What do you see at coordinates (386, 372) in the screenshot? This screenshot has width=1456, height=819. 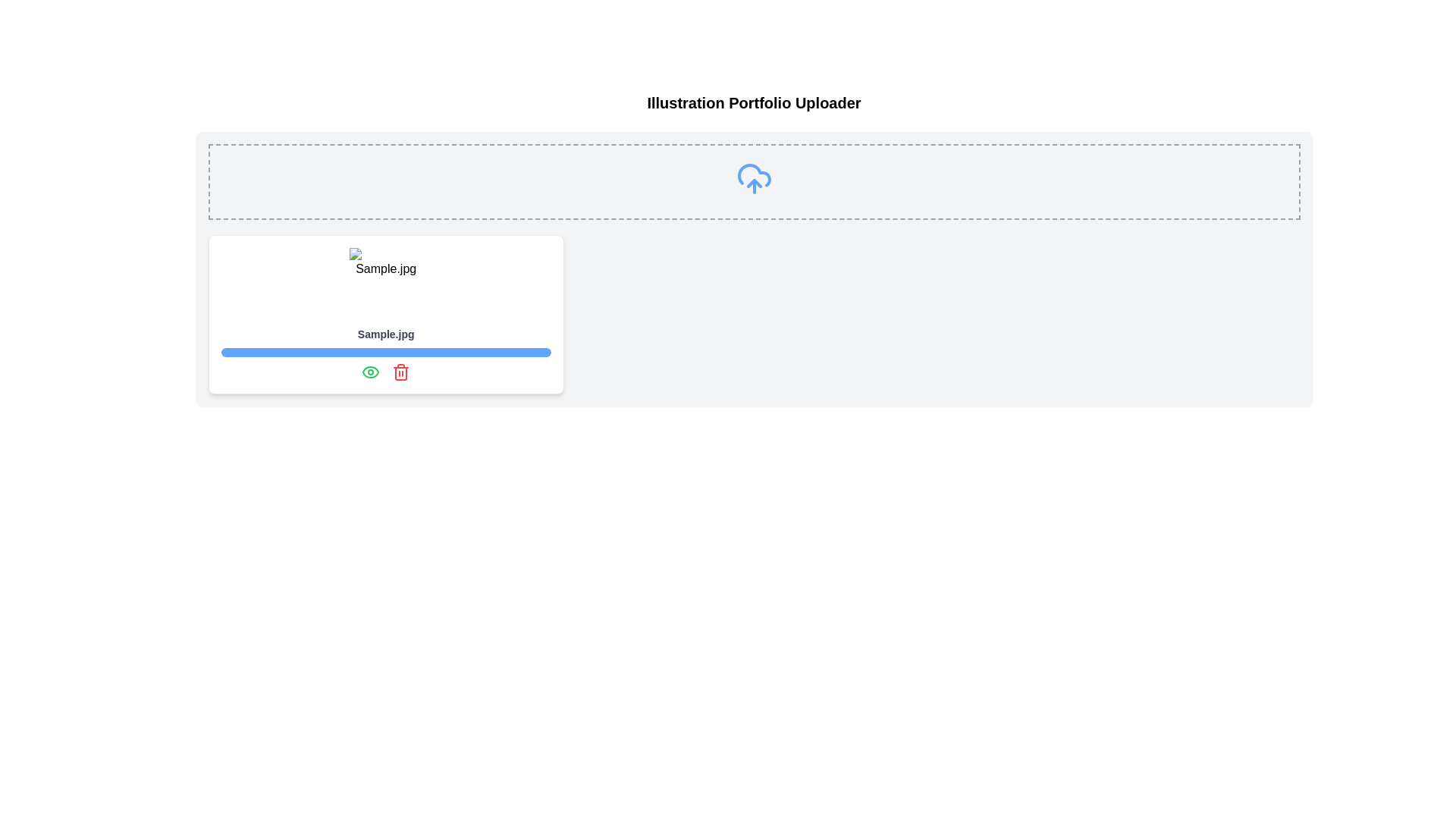 I see `the green eye icon in the icon buttons group located below the progress bar of the card displaying 'Sample.jpg'` at bounding box center [386, 372].